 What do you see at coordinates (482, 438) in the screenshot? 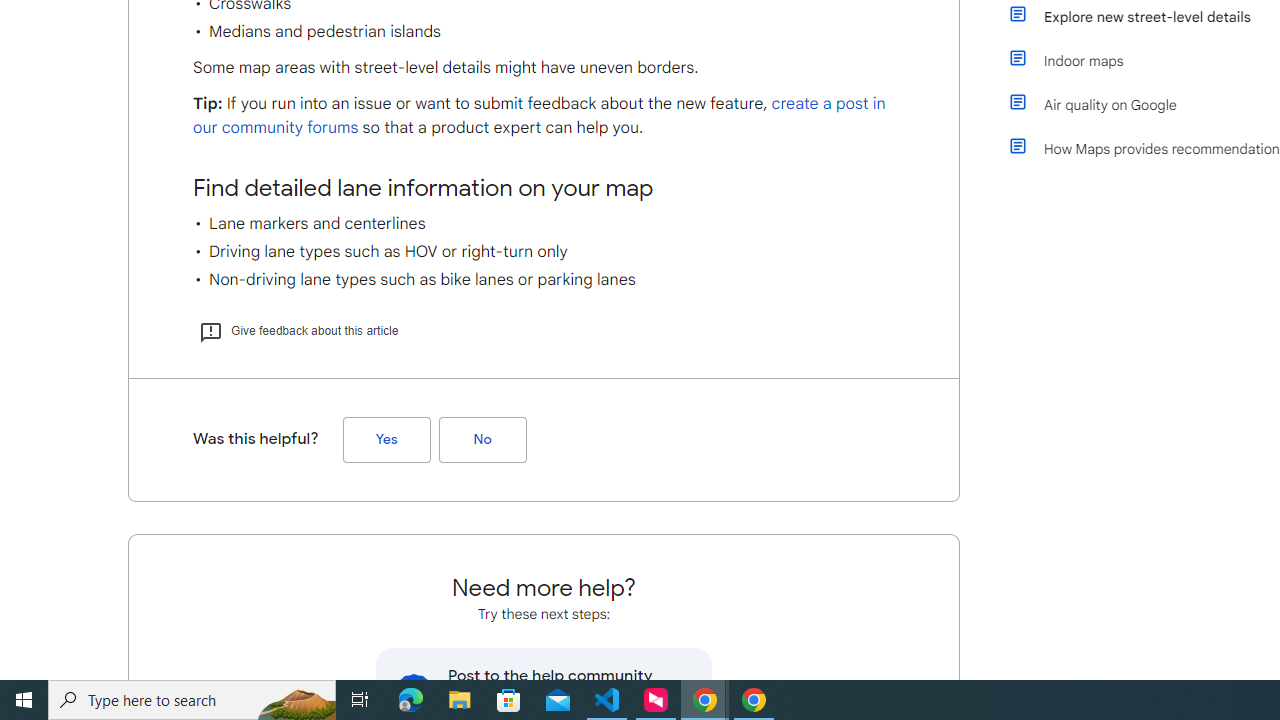
I see `'No (Was this helpful?)'` at bounding box center [482, 438].